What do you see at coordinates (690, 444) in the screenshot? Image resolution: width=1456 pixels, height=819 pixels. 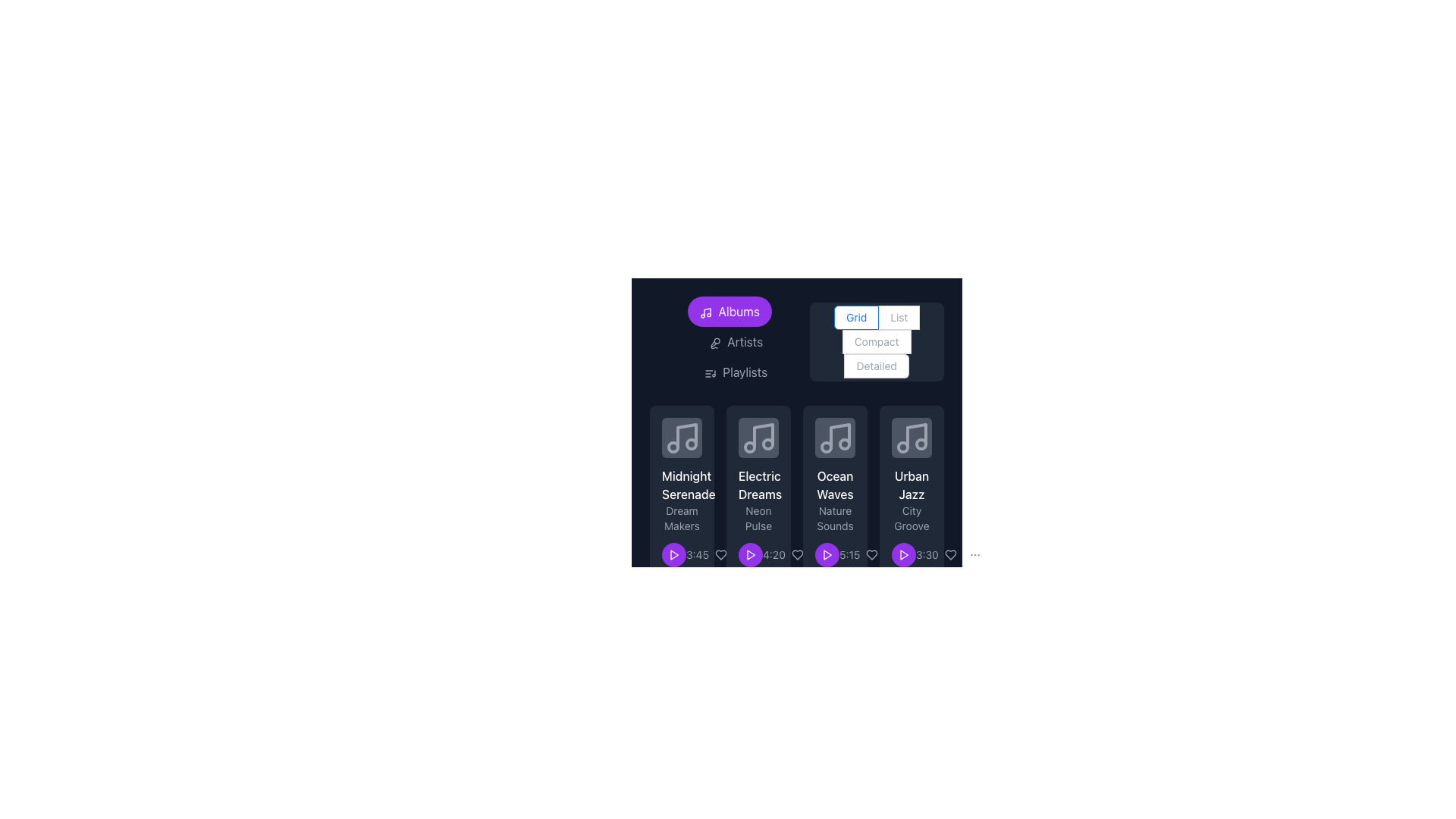 I see `the small gray circular icon representing part of a musical note within the third album card from the left` at bounding box center [690, 444].